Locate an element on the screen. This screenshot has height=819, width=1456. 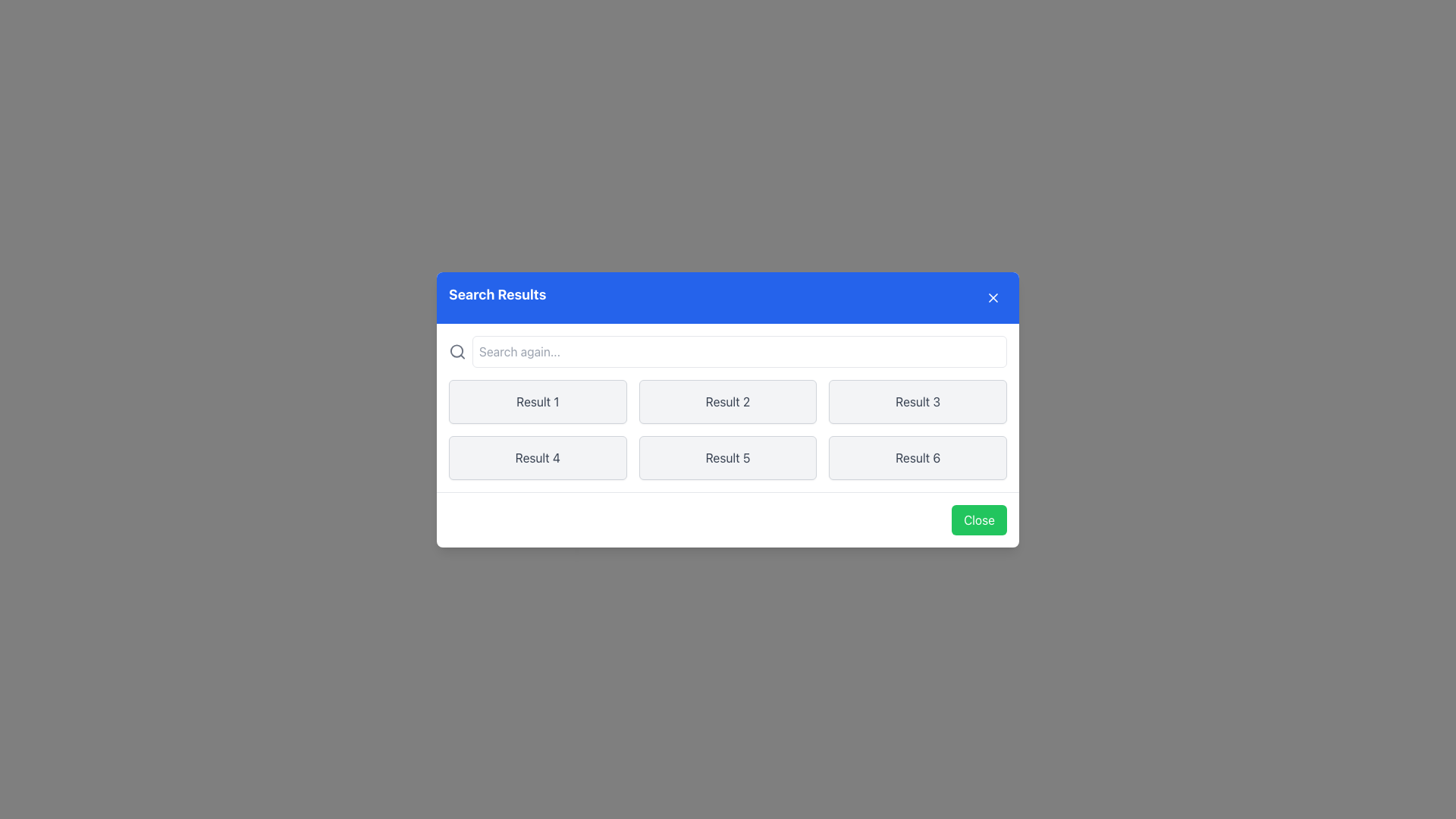
the close button located in the bottom-right corner of the modal is located at coordinates (979, 519).